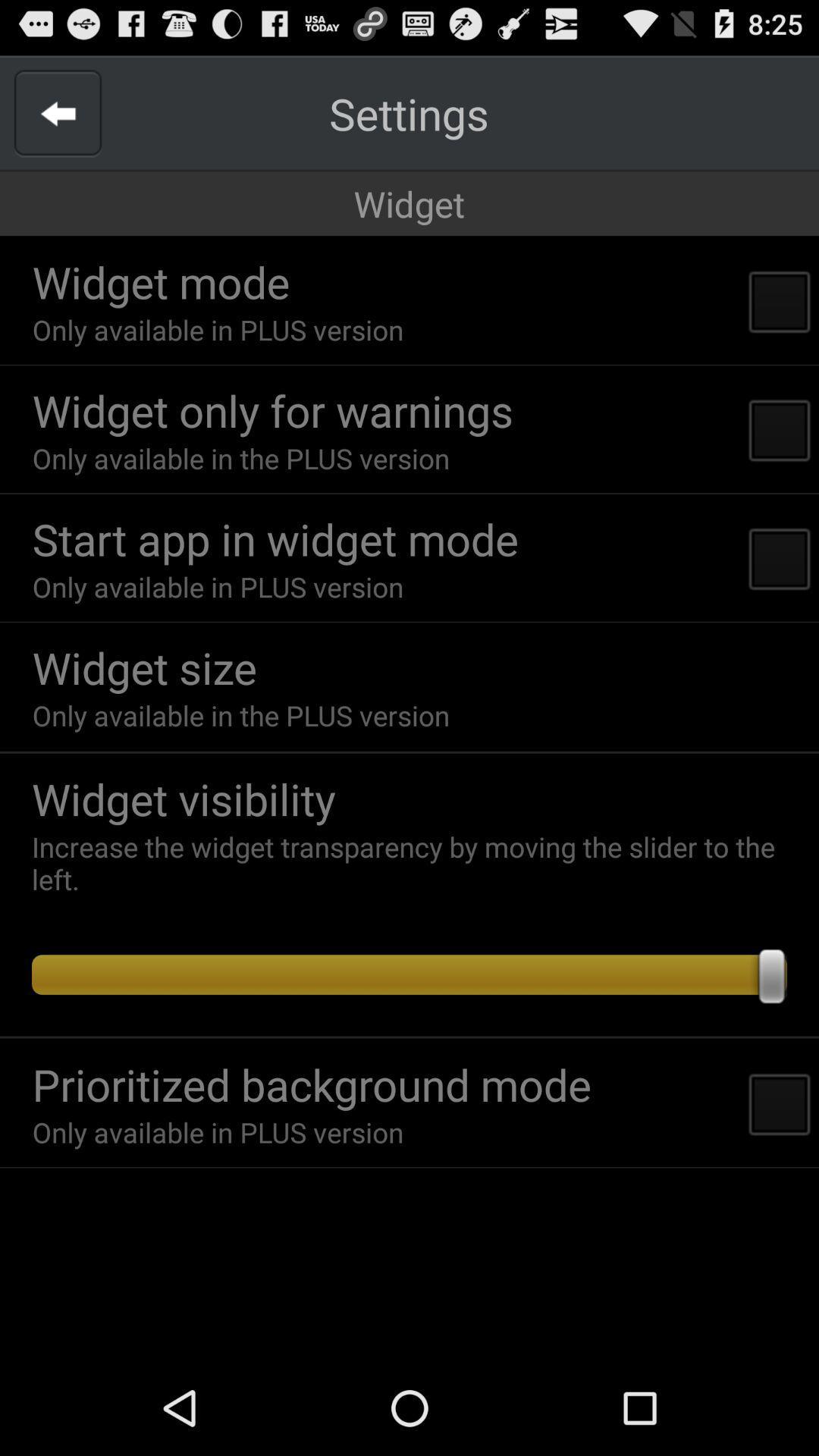 This screenshot has height=1456, width=819. I want to click on settings icon, so click(408, 112).